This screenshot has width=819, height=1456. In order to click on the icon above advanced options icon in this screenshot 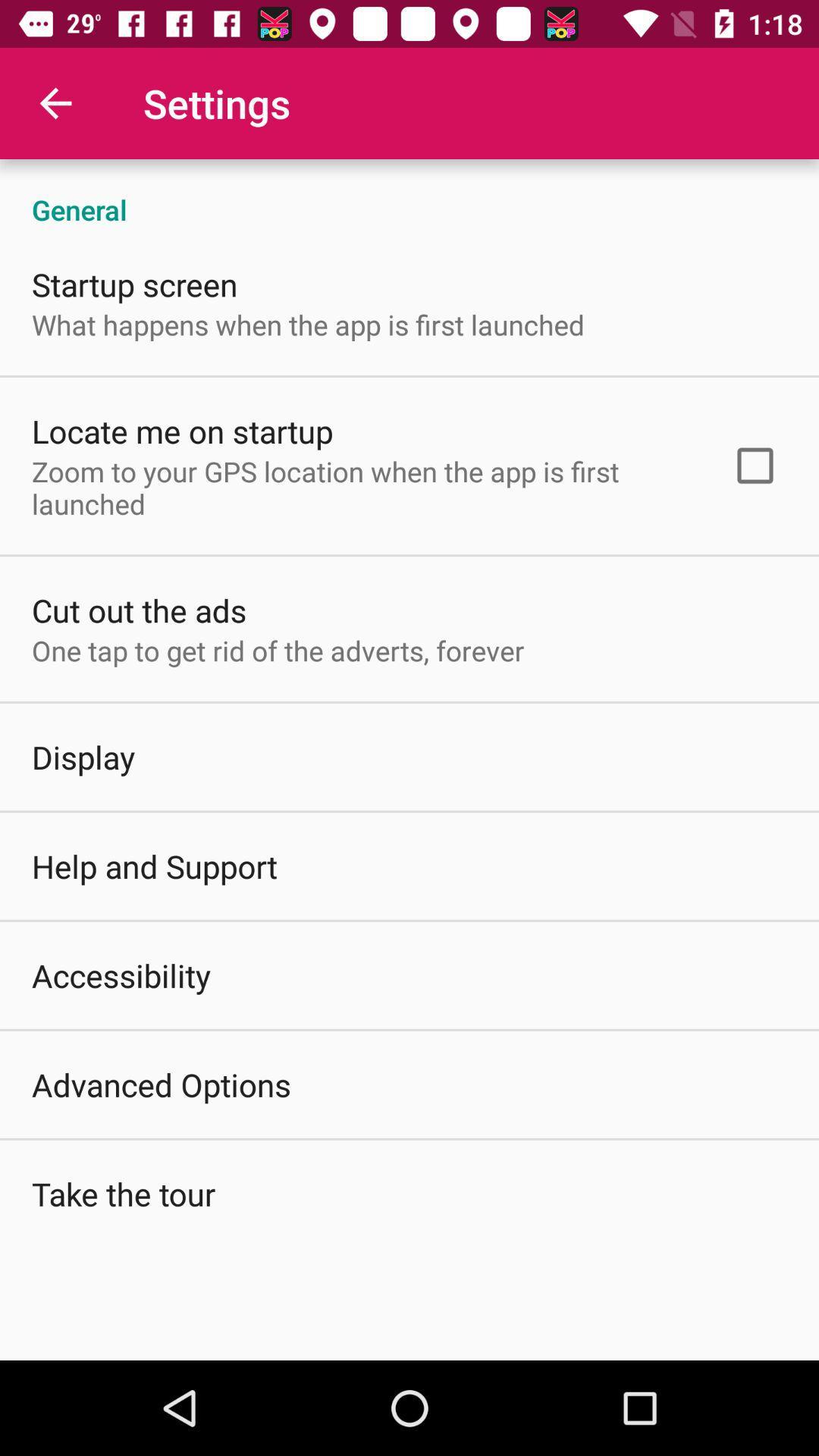, I will do `click(121, 975)`.